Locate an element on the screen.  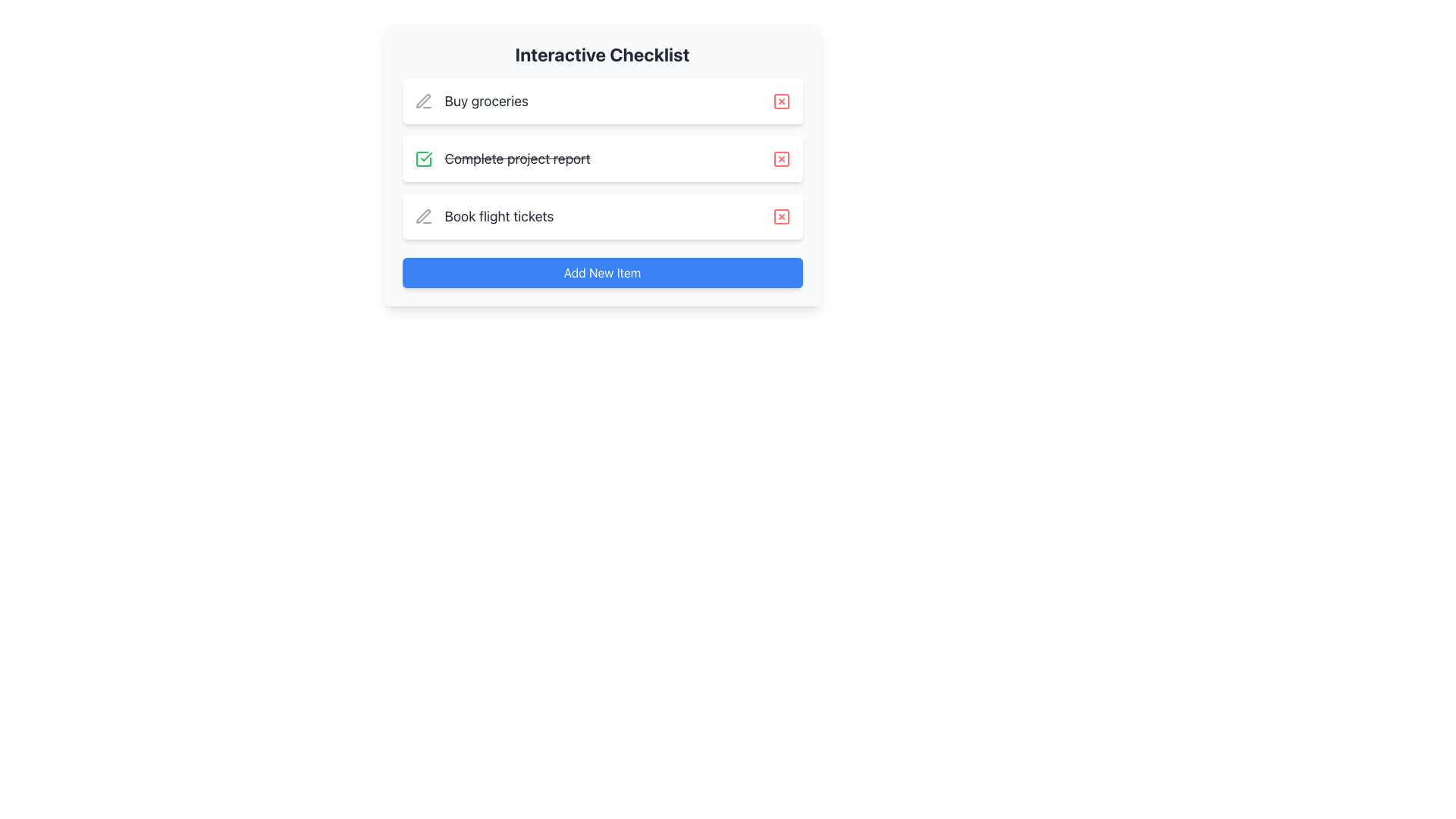
the SVG shape that serves as the deletion button for the checklist item 'Book flight tickets', located to the far right of the item is located at coordinates (781, 216).